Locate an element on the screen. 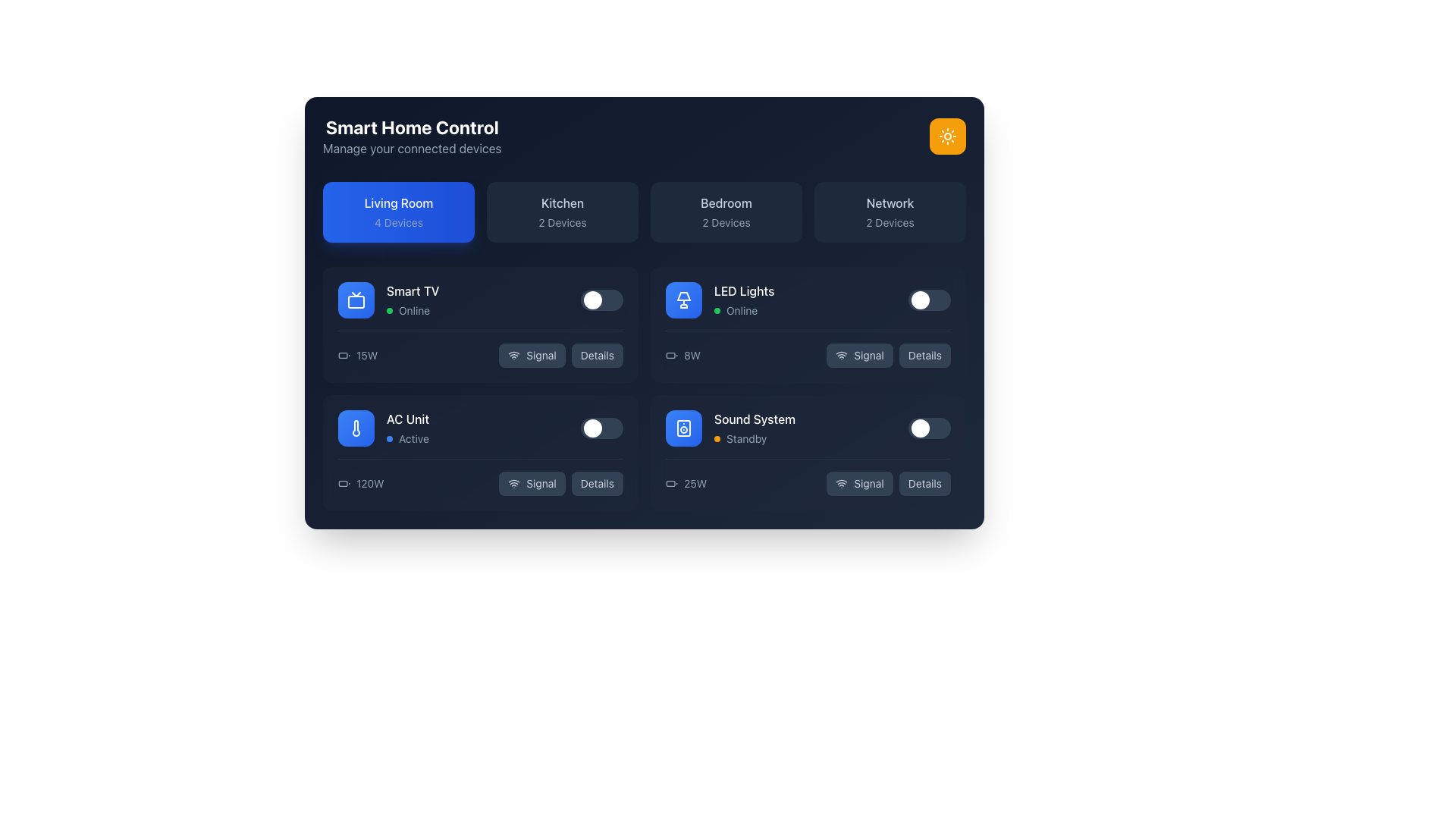  the 'Signal' button located in the bottom-right part of the 'Sound System' card section, directly underneath the 'Standby' status indicator is located at coordinates (807, 475).